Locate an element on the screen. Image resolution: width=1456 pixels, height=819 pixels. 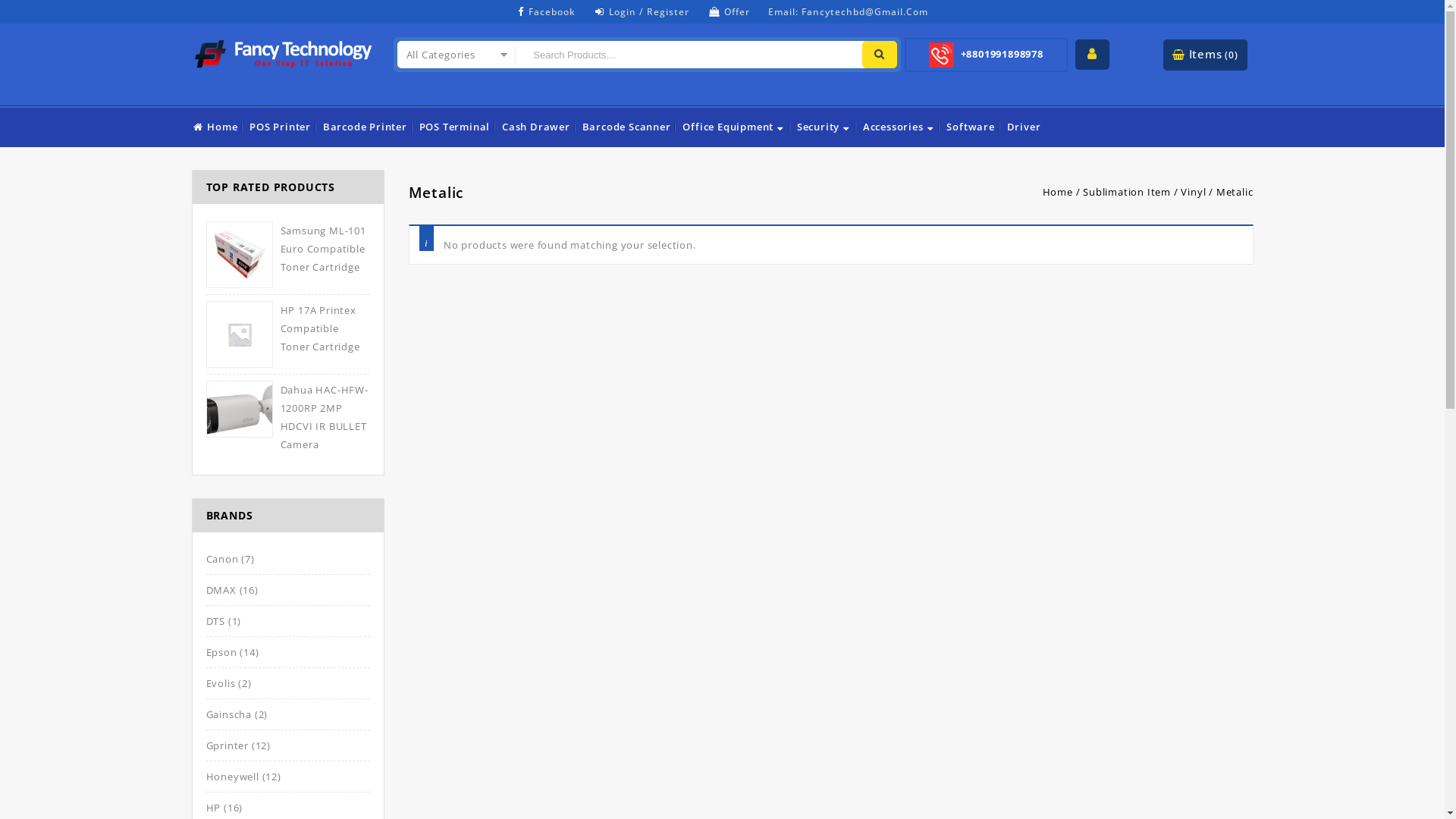
'Search for:' is located at coordinates (686, 54).